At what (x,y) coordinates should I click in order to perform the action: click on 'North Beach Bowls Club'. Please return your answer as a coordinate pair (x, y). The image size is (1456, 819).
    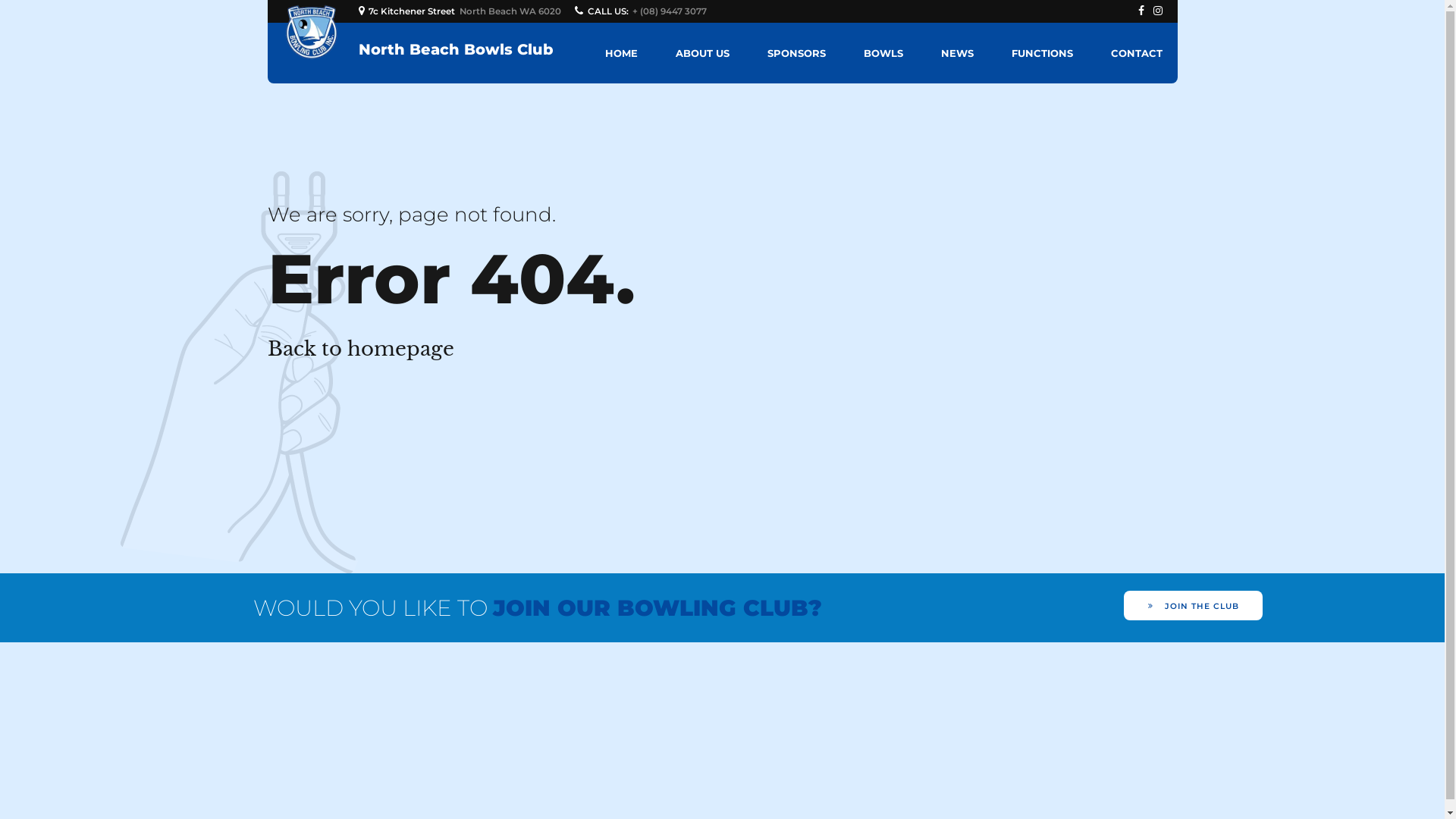
    Looking at the image, I should click on (454, 49).